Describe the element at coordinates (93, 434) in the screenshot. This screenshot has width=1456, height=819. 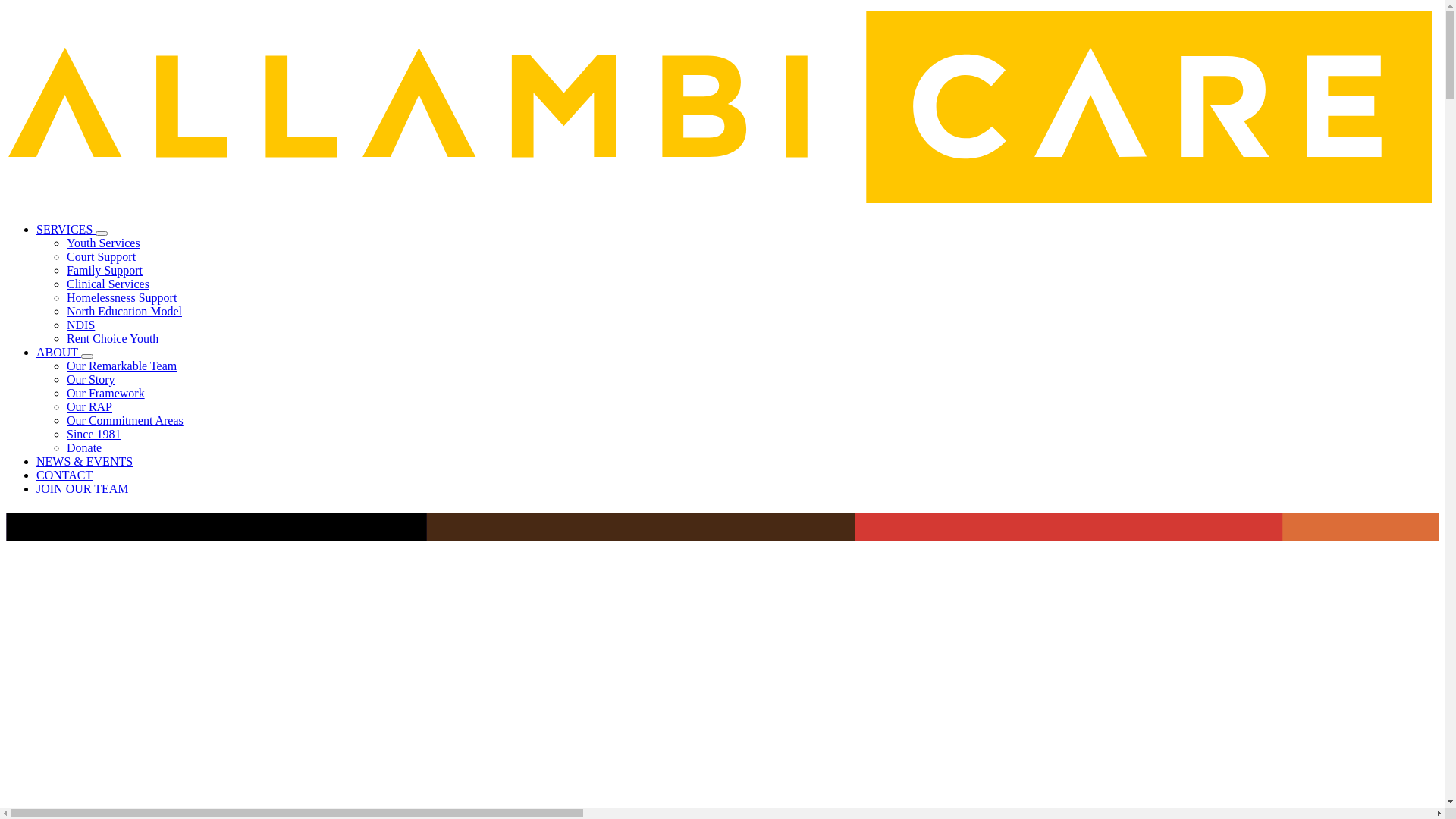
I see `'Since 1981'` at that location.